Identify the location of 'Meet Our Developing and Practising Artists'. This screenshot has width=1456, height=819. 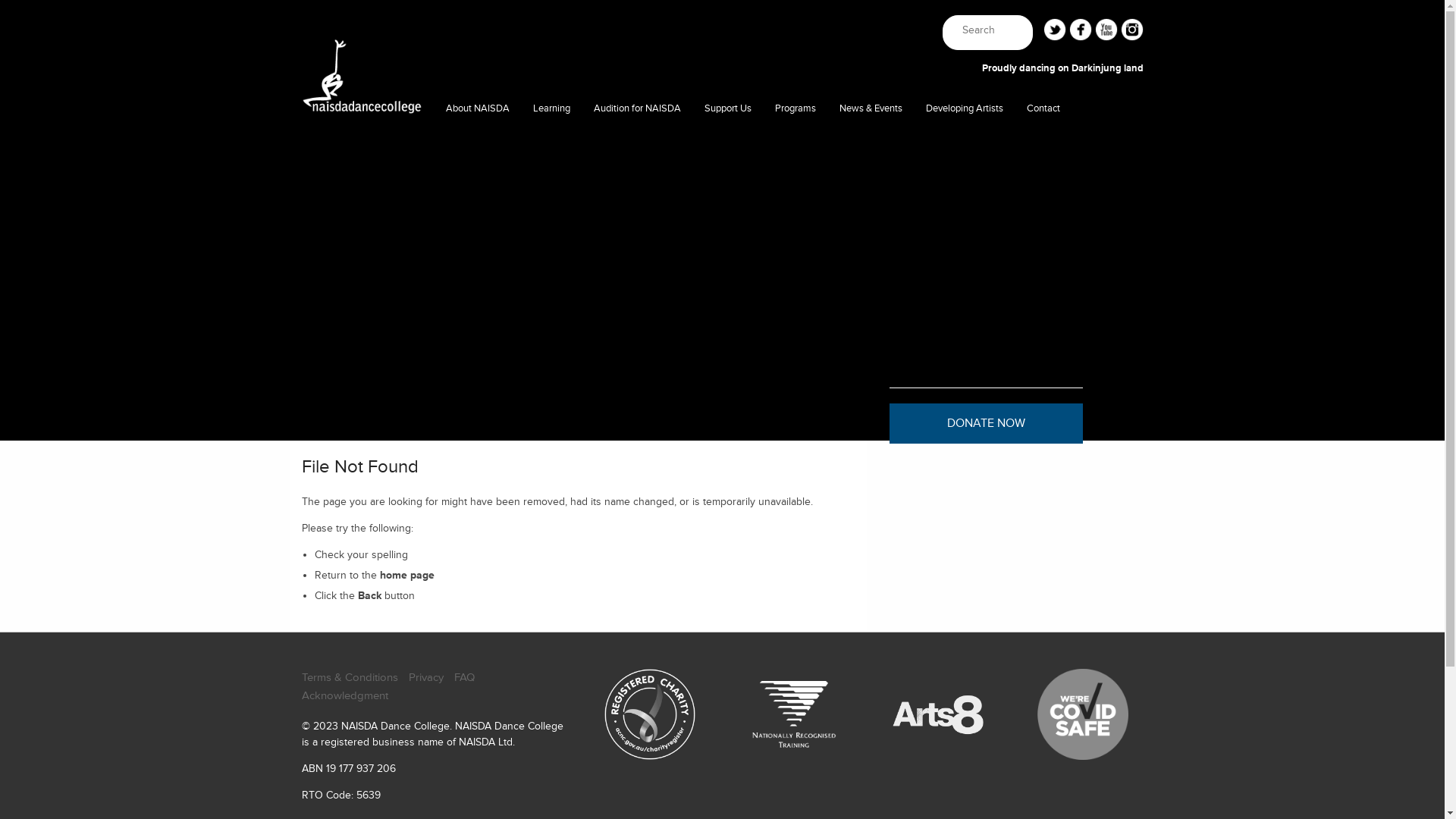
(964, 140).